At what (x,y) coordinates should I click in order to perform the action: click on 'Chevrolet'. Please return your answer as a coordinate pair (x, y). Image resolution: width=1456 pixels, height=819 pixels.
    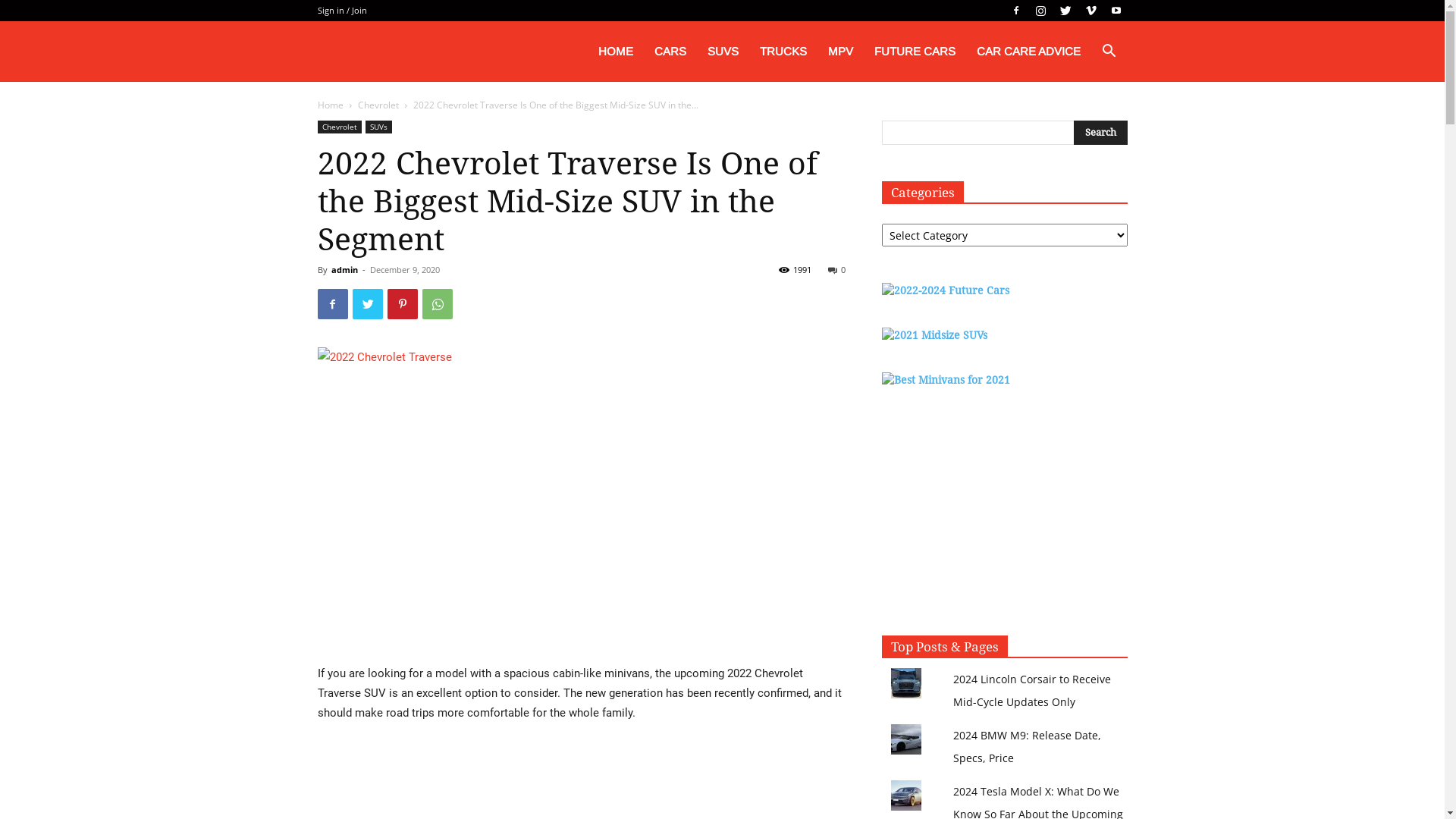
    Looking at the image, I should click on (378, 104).